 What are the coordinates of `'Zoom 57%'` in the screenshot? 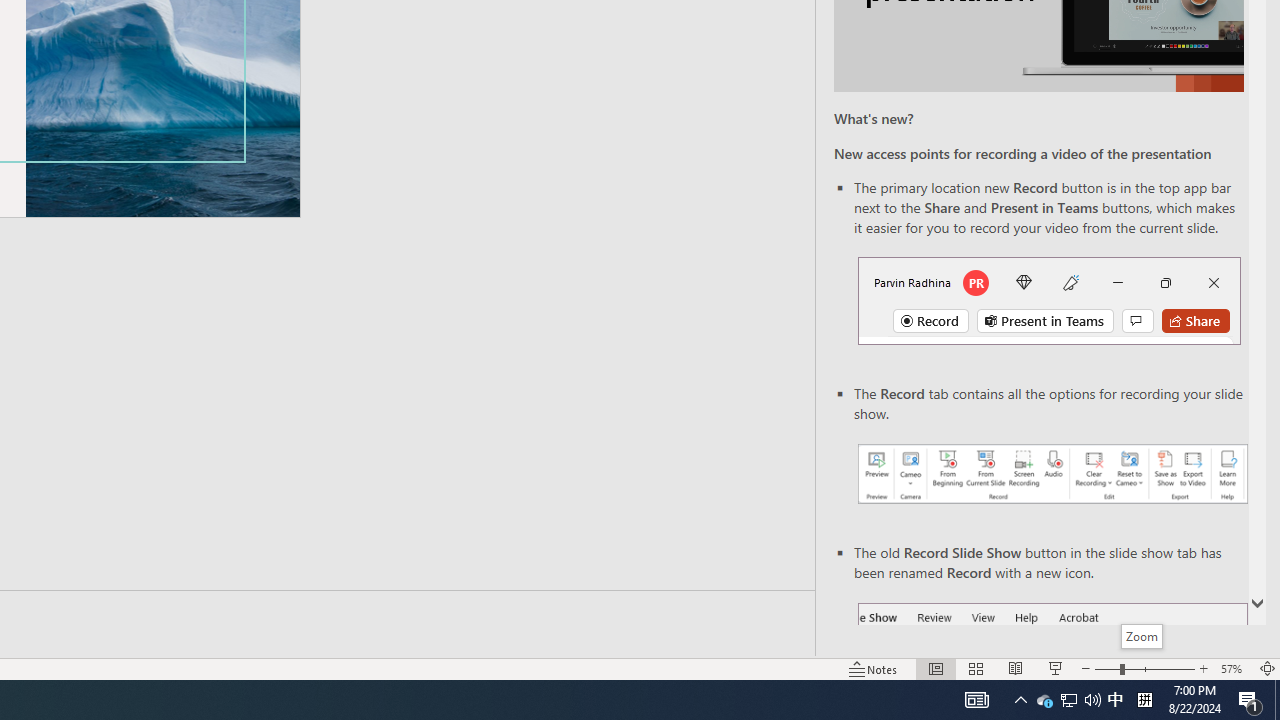 It's located at (1233, 669).